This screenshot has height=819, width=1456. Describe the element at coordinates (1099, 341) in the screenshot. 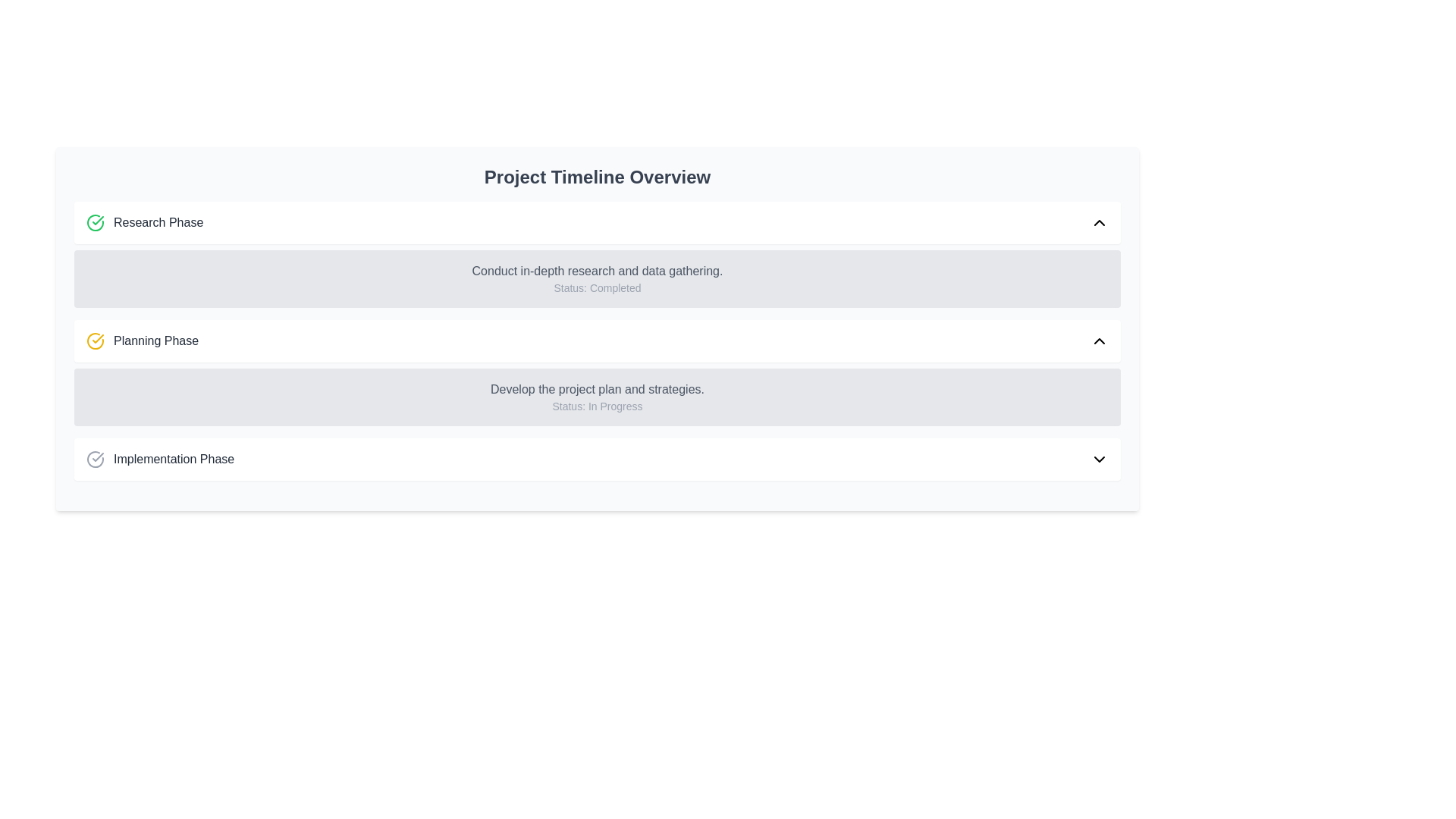

I see `the upward-pointing chevron icon in the small, square button area` at that location.